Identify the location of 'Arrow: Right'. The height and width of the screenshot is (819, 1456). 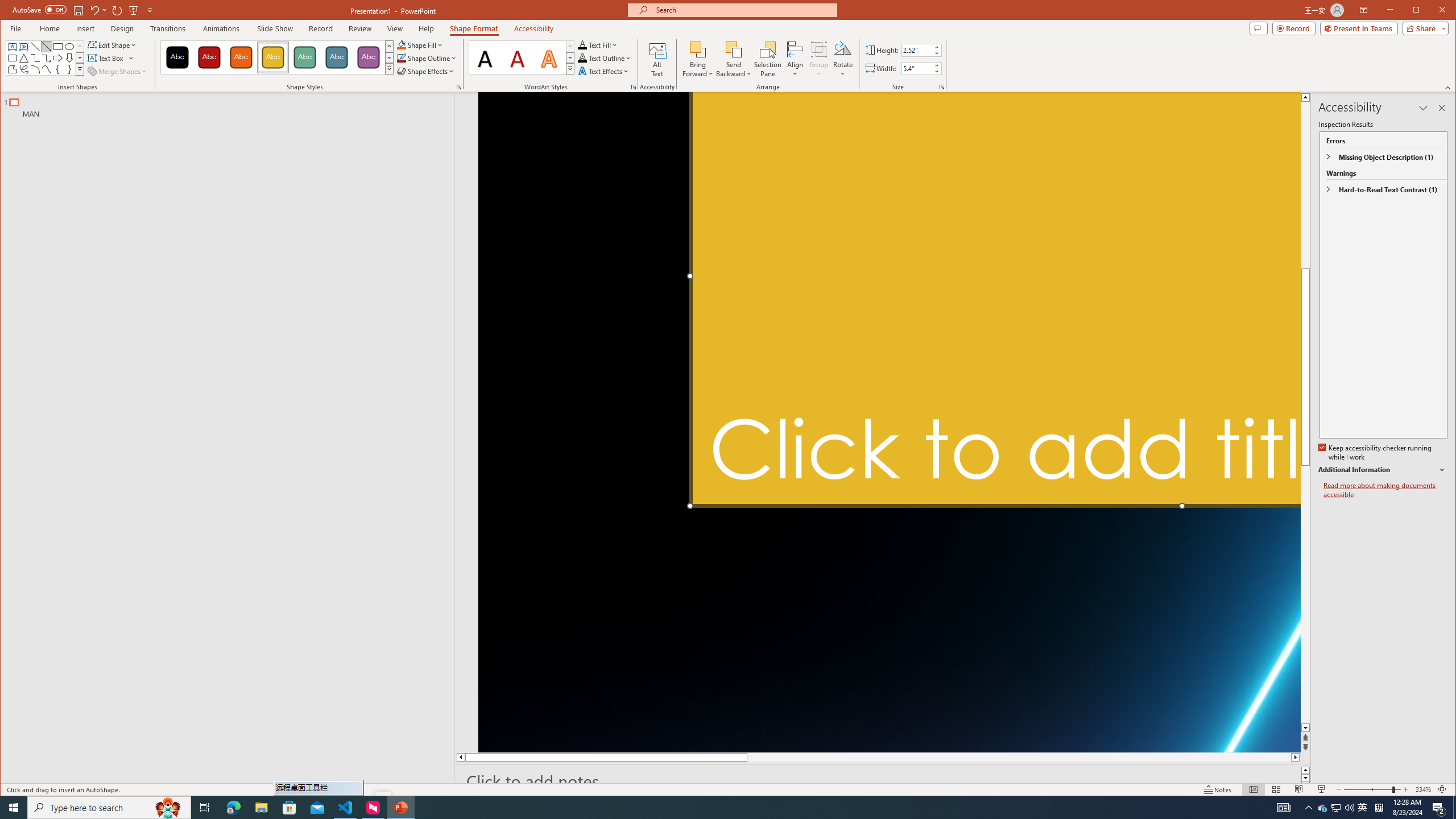
(57, 58).